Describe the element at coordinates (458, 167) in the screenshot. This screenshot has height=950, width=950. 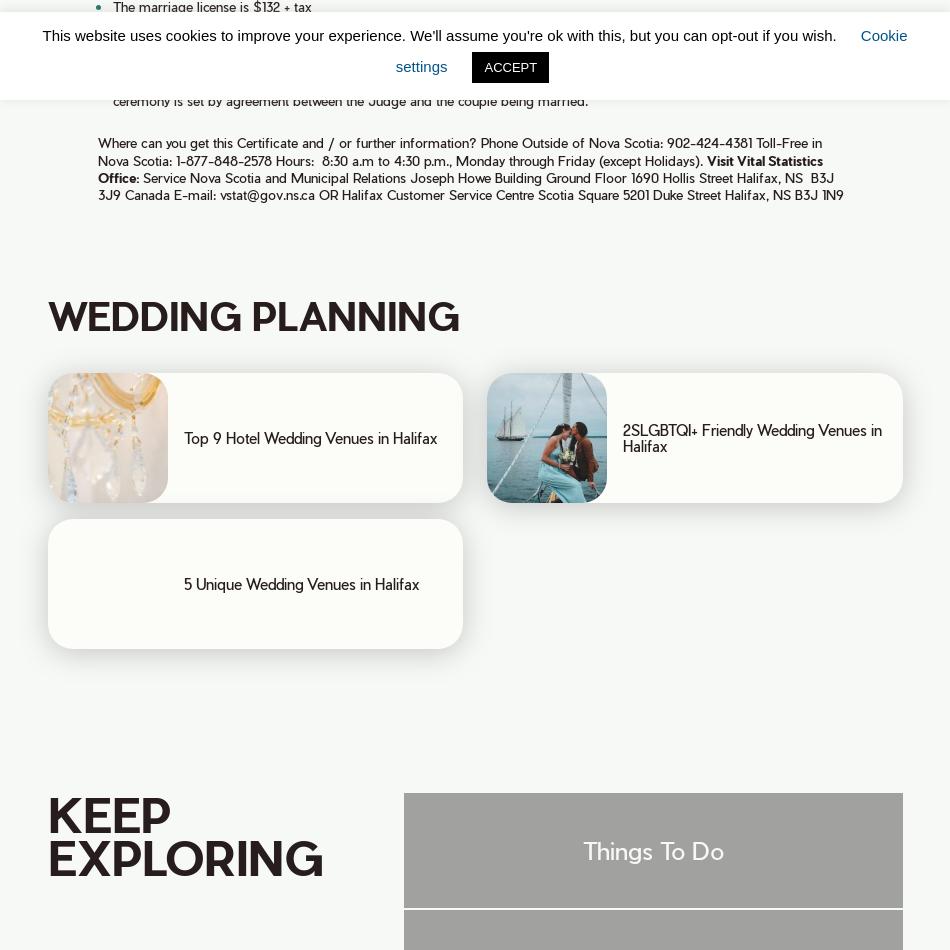
I see `'Visit Vital Statistics Office:'` at that location.